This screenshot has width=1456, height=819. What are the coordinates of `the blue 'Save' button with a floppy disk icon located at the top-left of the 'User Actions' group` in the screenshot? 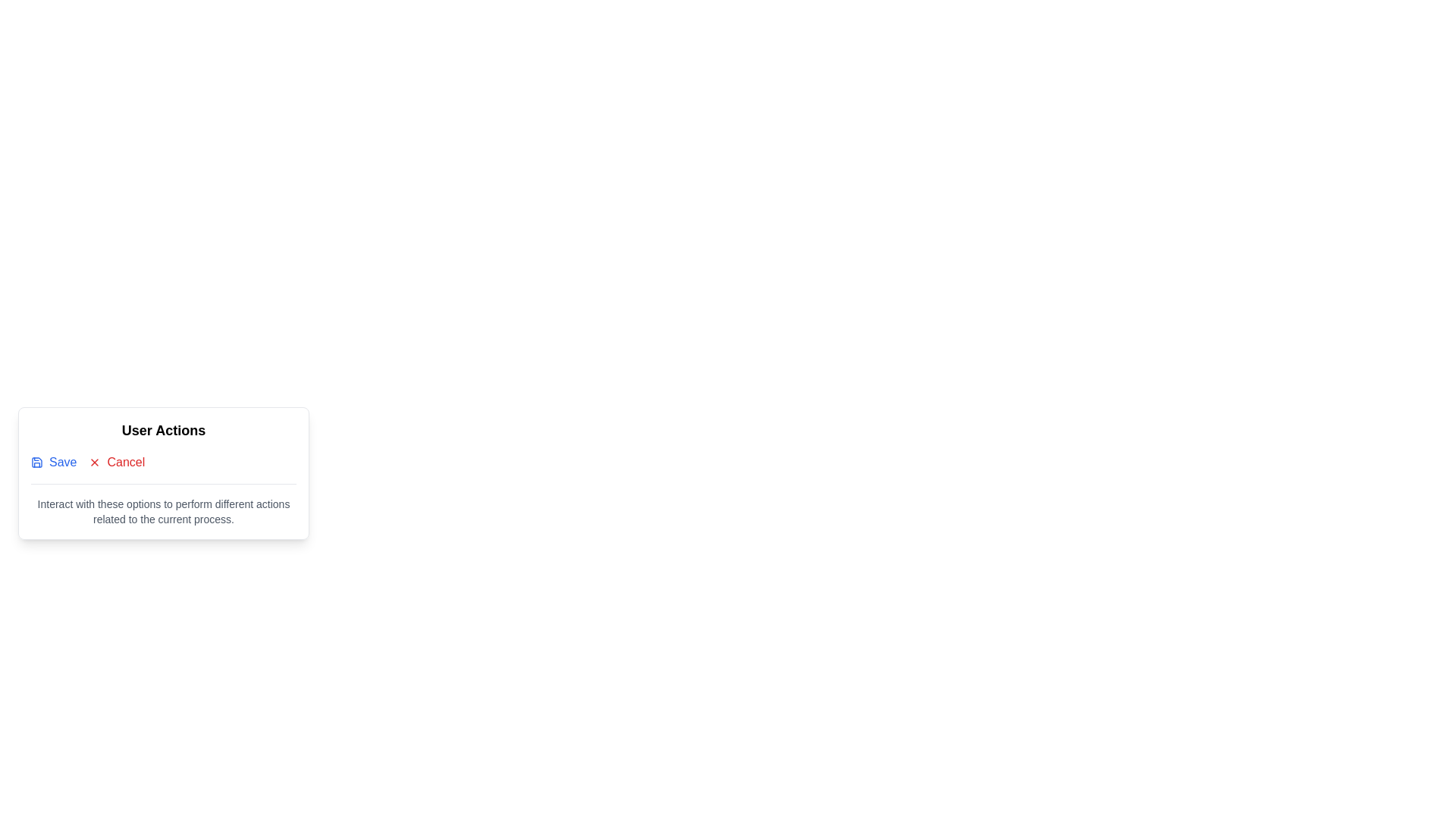 It's located at (54, 461).